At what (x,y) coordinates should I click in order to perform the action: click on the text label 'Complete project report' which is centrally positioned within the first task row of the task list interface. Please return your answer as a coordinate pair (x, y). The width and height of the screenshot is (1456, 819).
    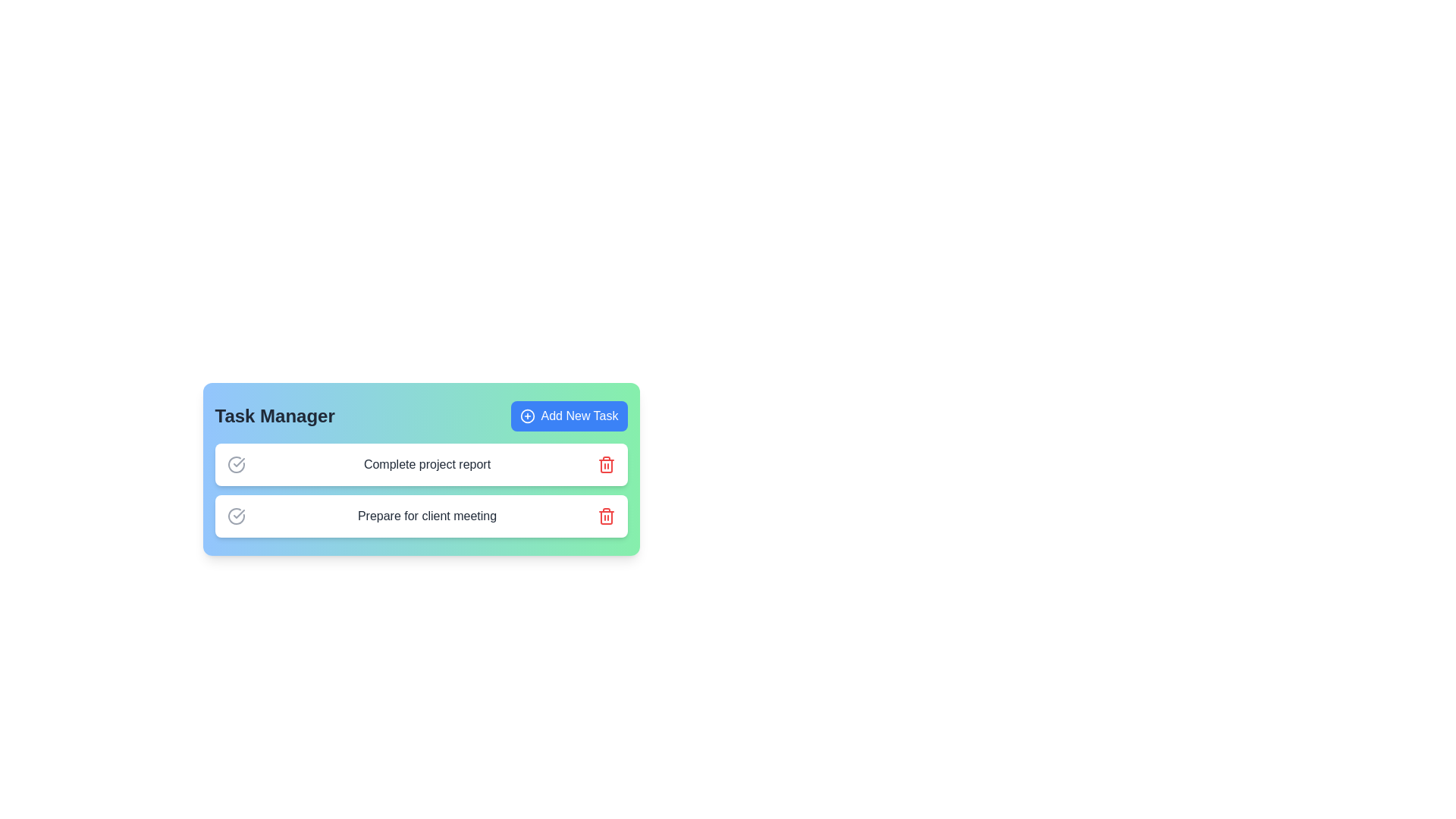
    Looking at the image, I should click on (426, 464).